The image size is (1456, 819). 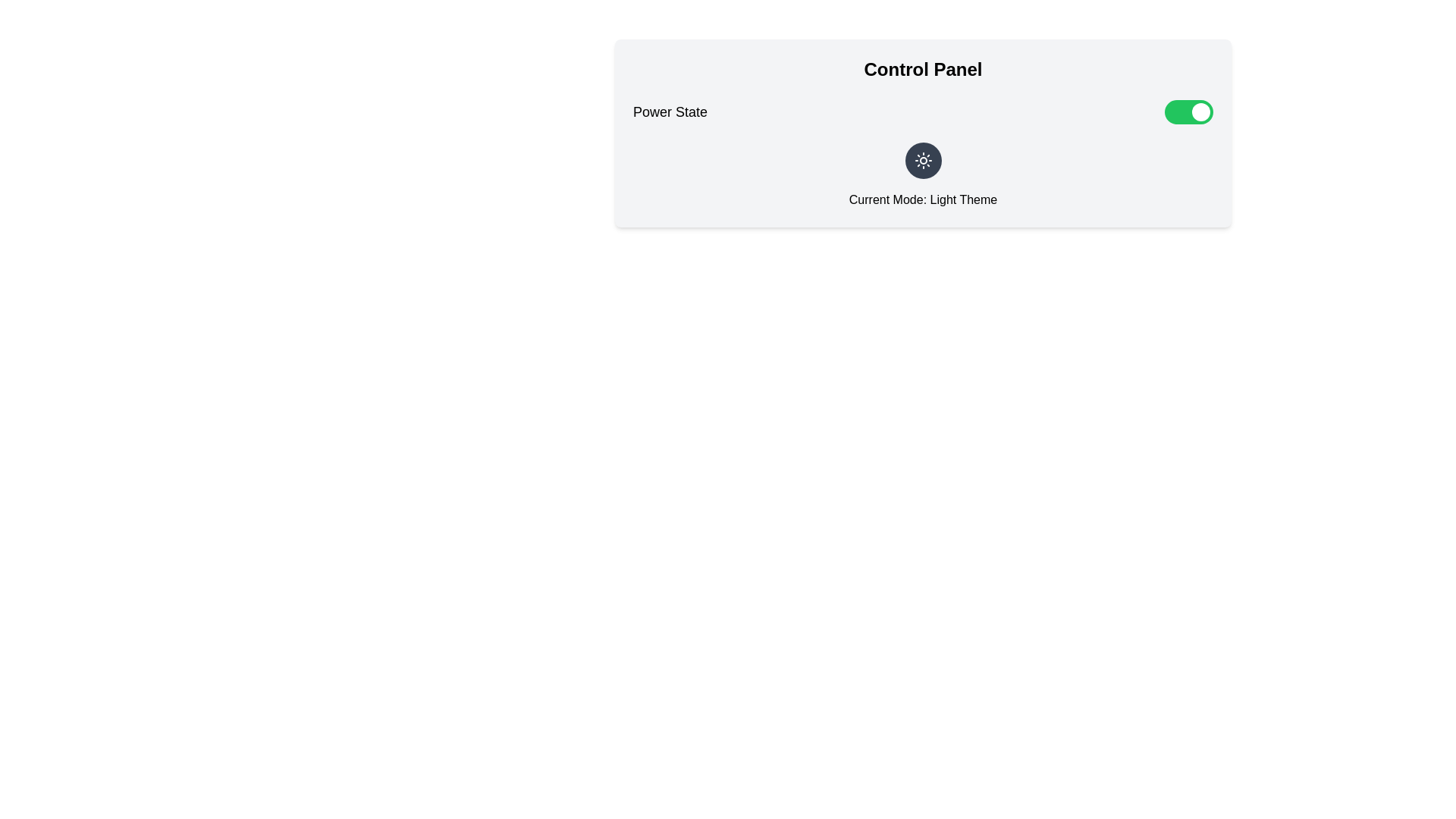 What do you see at coordinates (922, 161) in the screenshot?
I see `the circular button with a dark gray background` at bounding box center [922, 161].